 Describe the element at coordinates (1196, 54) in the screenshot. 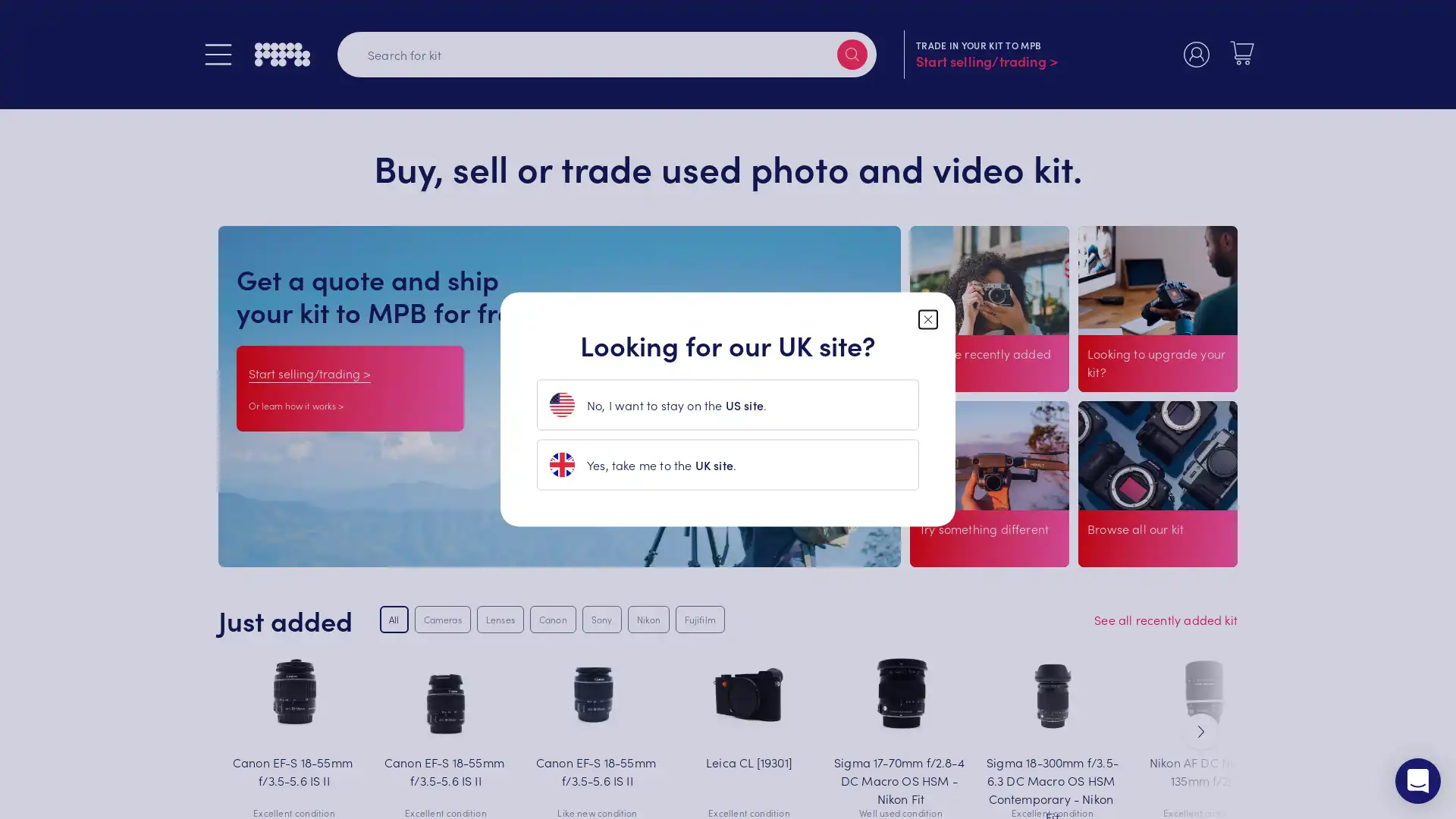

I see `Account` at that location.